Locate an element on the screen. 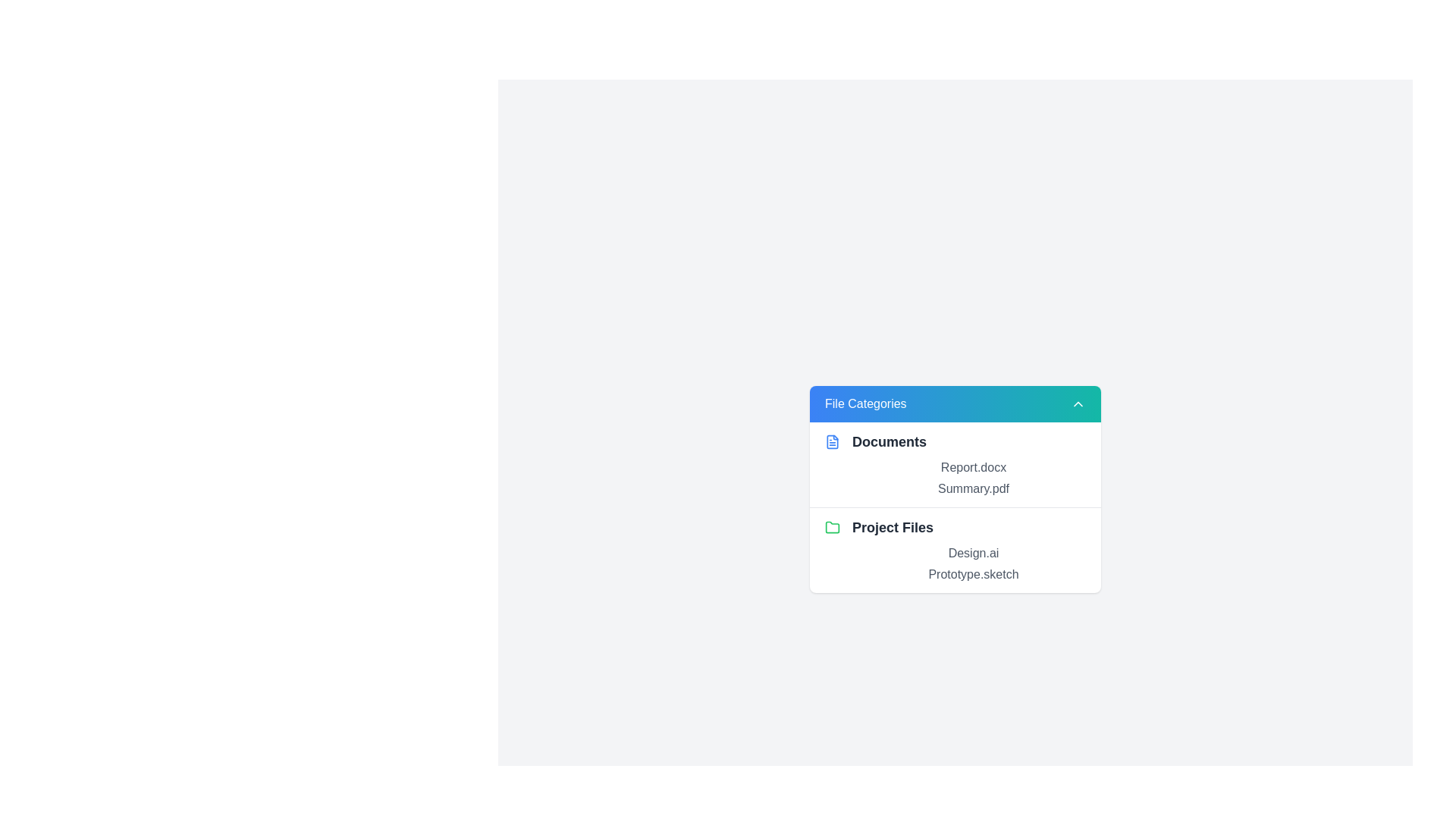 Image resolution: width=1456 pixels, height=819 pixels. the text label that reads 'Summary.pdf', which is styled in gray and turns blue when hovered over, to view context-specific options is located at coordinates (973, 488).